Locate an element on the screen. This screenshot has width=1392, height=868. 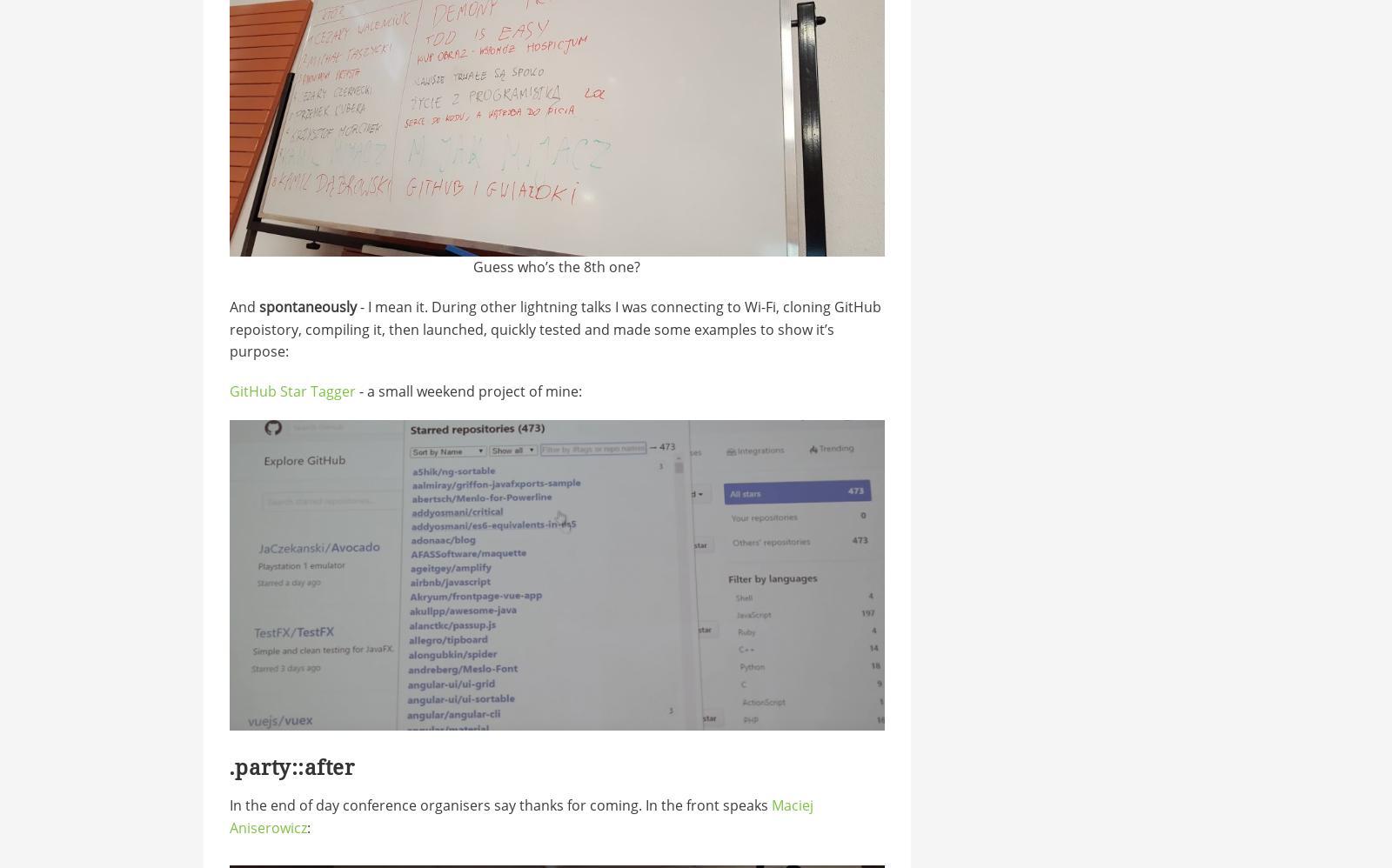
'Guess who’s the 8th one?' is located at coordinates (557, 266).